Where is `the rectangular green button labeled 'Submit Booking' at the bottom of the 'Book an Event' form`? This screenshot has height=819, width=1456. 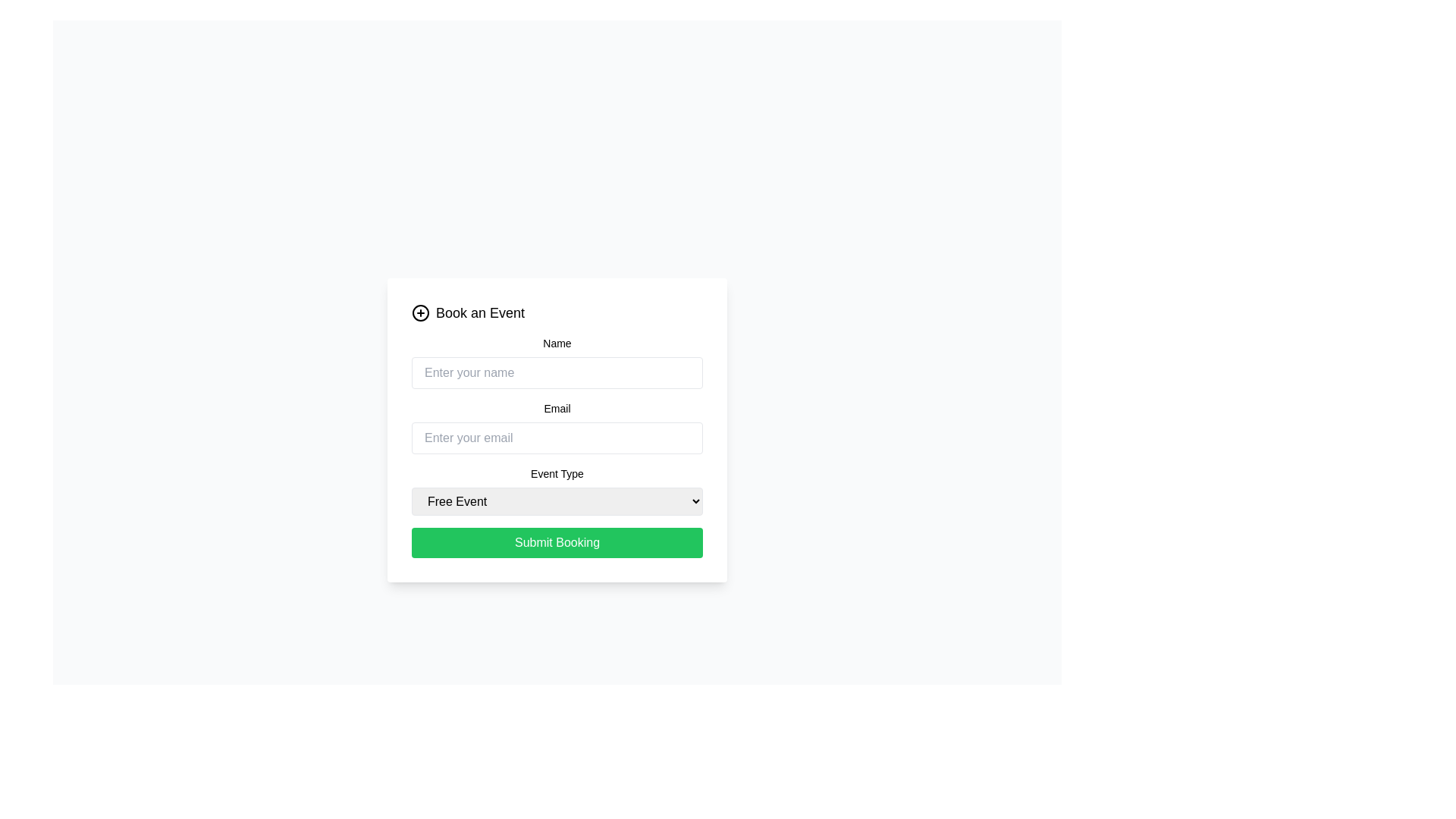 the rectangular green button labeled 'Submit Booking' at the bottom of the 'Book an Event' form is located at coordinates (556, 541).